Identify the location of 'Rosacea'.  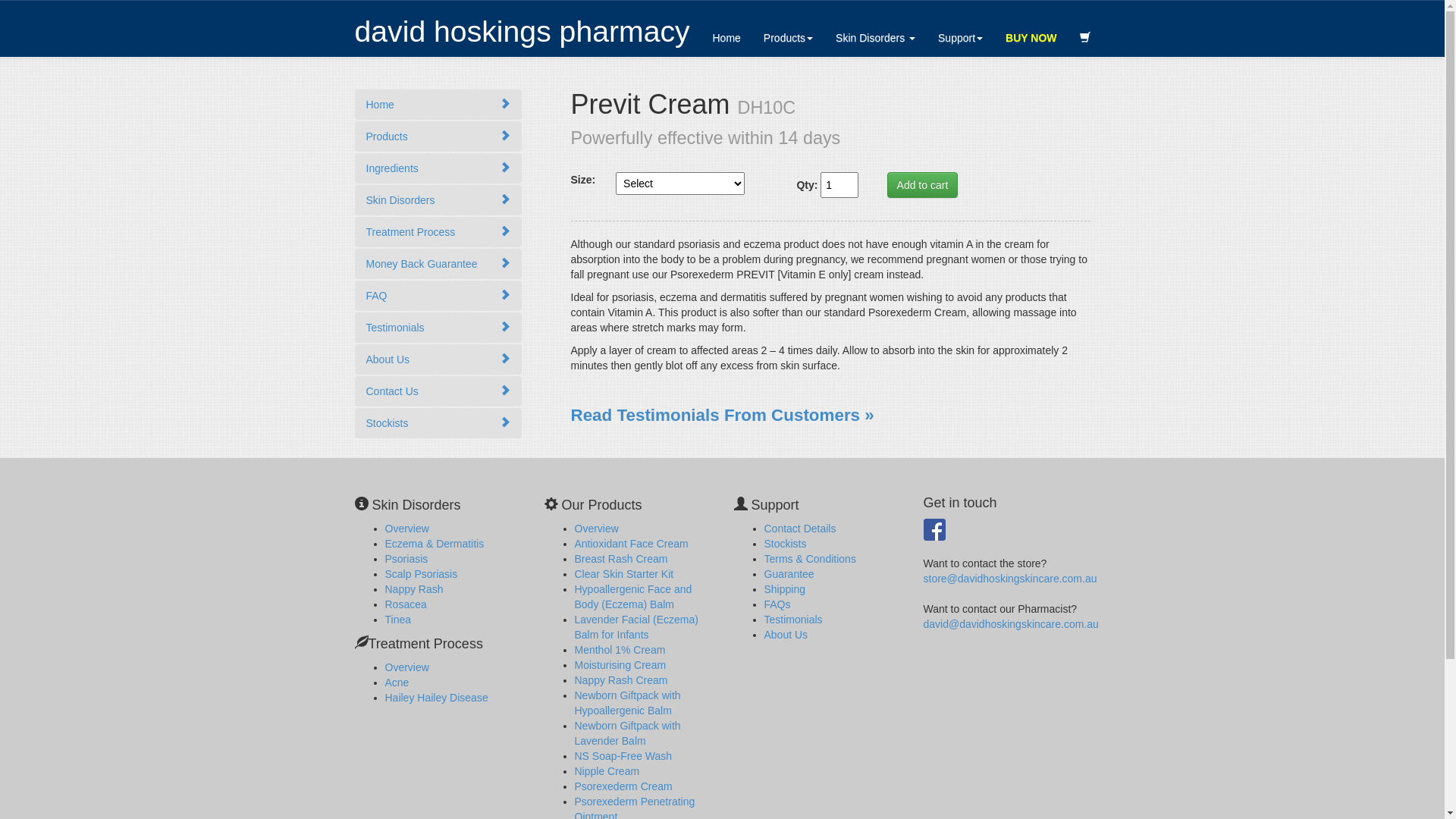
(385, 604).